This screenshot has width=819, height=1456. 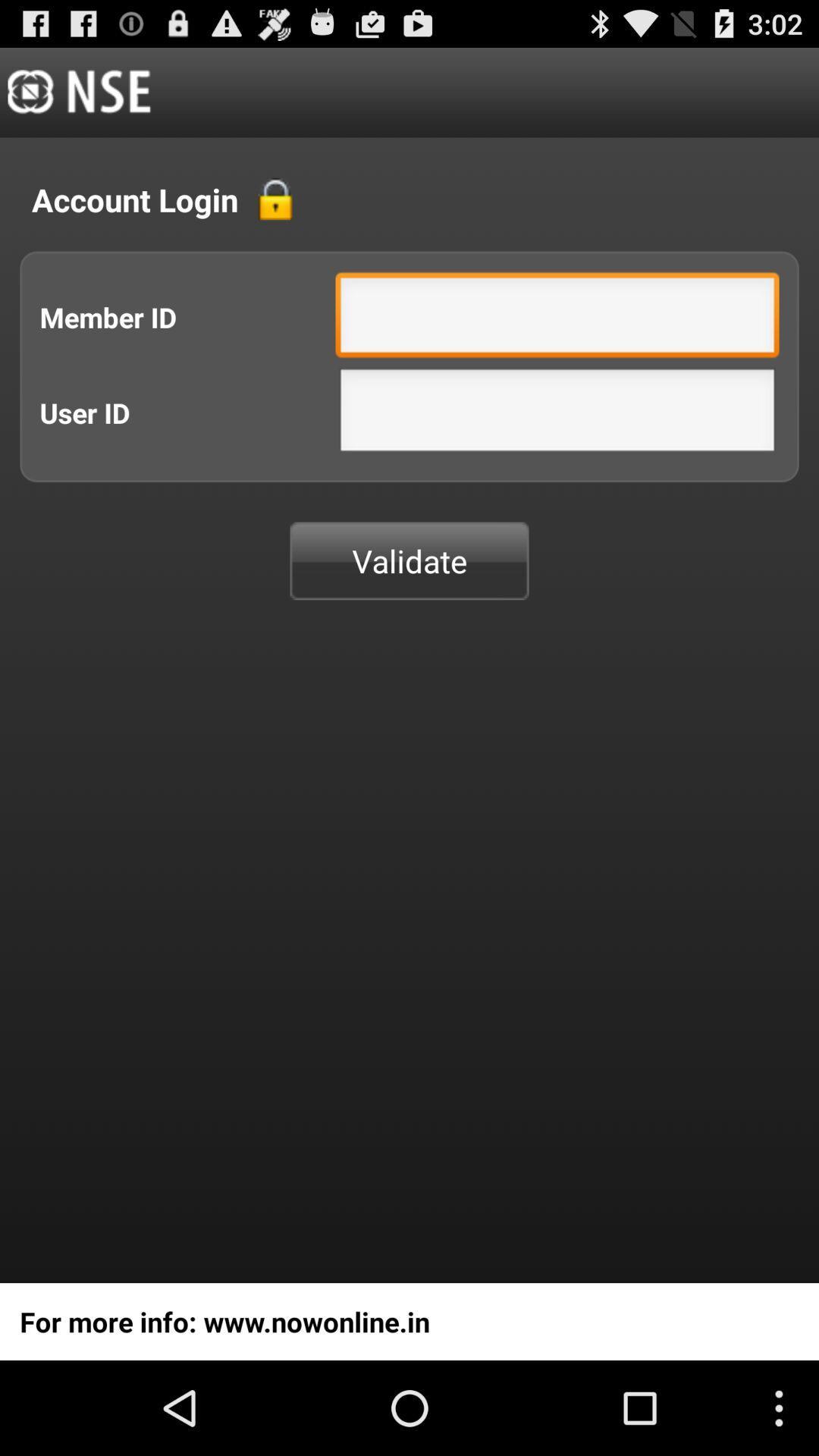 I want to click on user id, so click(x=557, y=414).